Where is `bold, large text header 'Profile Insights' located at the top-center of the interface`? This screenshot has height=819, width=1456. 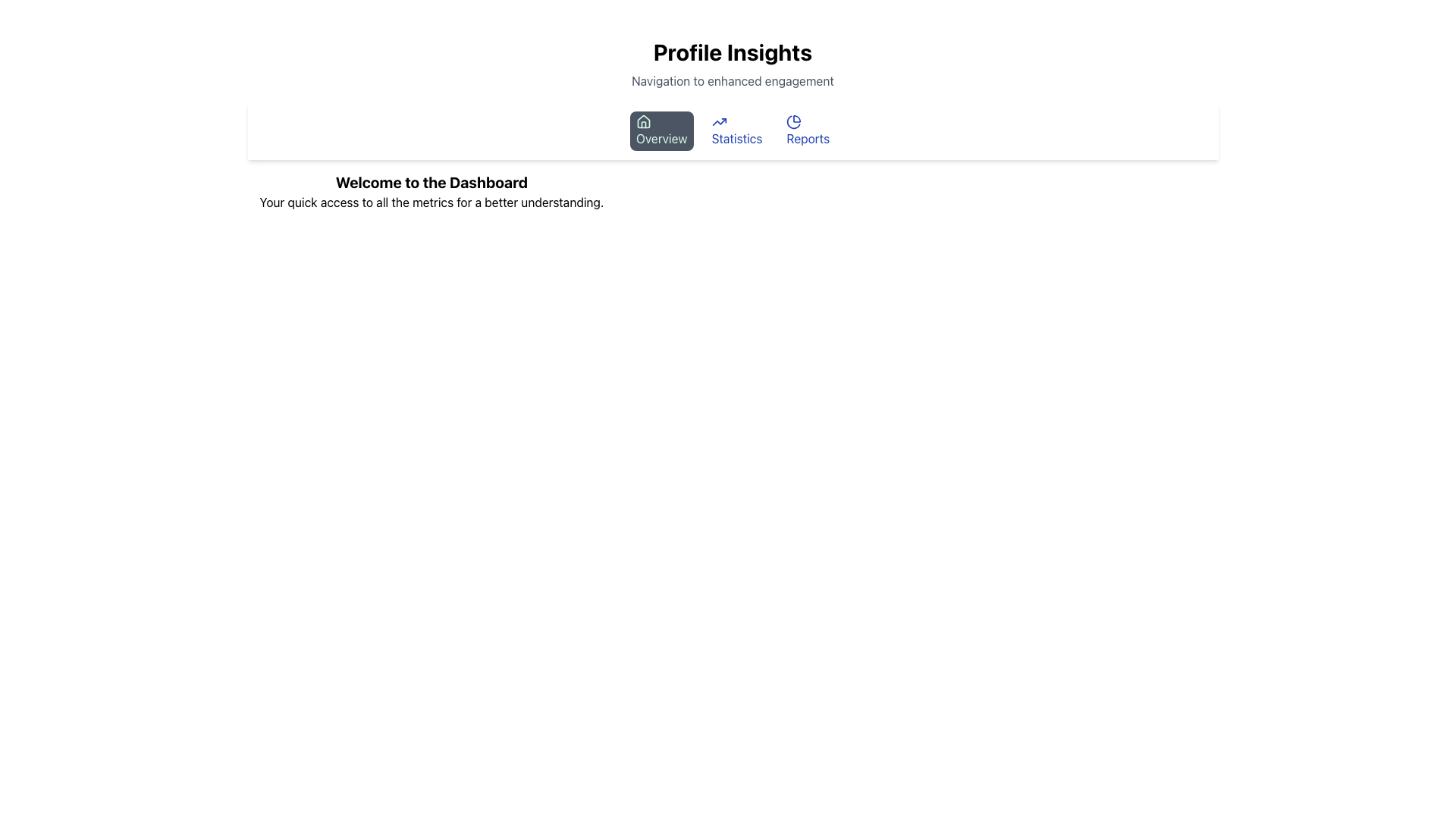
bold, large text header 'Profile Insights' located at the top-center of the interface is located at coordinates (733, 52).